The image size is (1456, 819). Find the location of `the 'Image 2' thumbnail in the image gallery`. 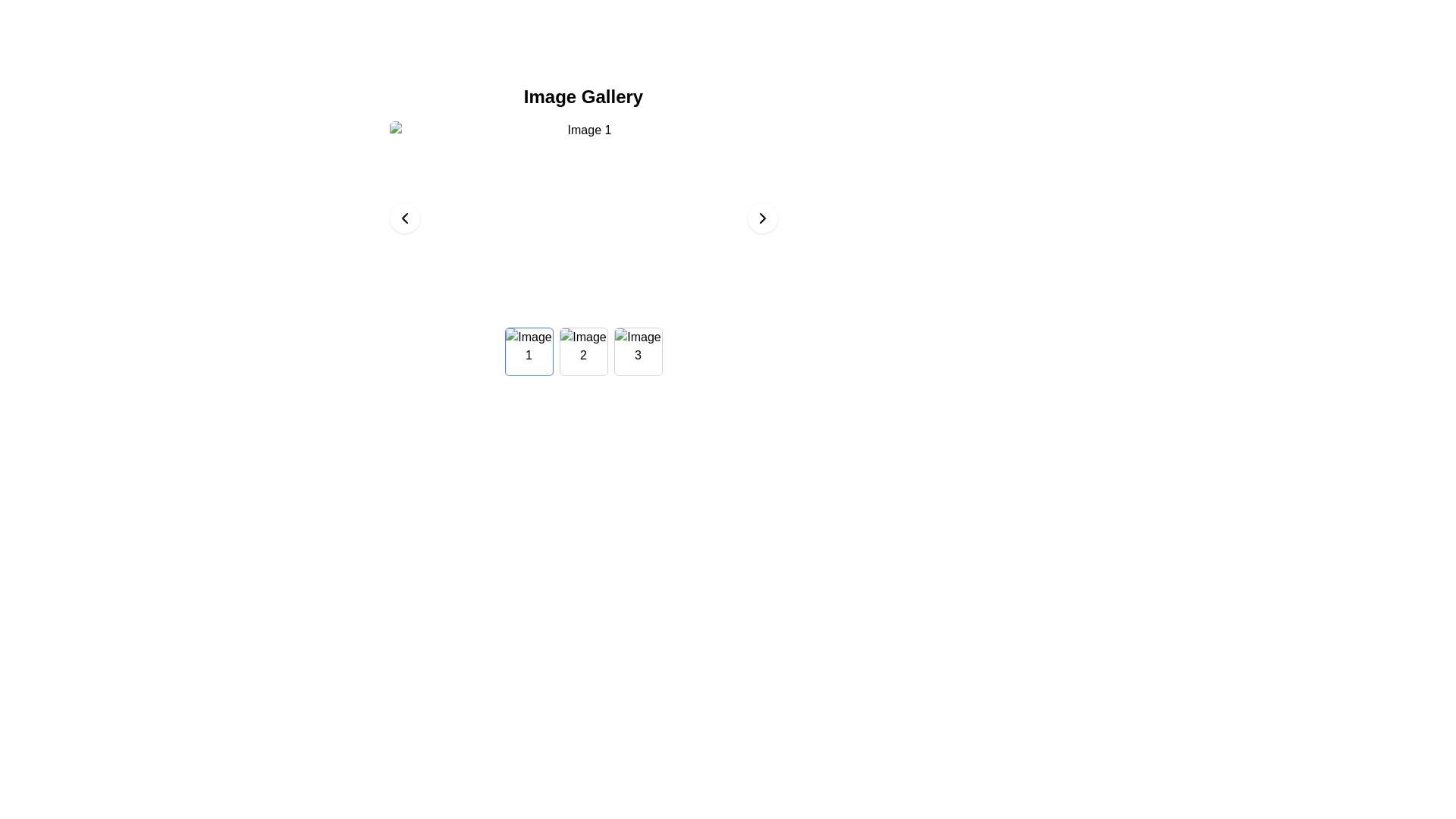

the 'Image 2' thumbnail in the image gallery is located at coordinates (582, 351).